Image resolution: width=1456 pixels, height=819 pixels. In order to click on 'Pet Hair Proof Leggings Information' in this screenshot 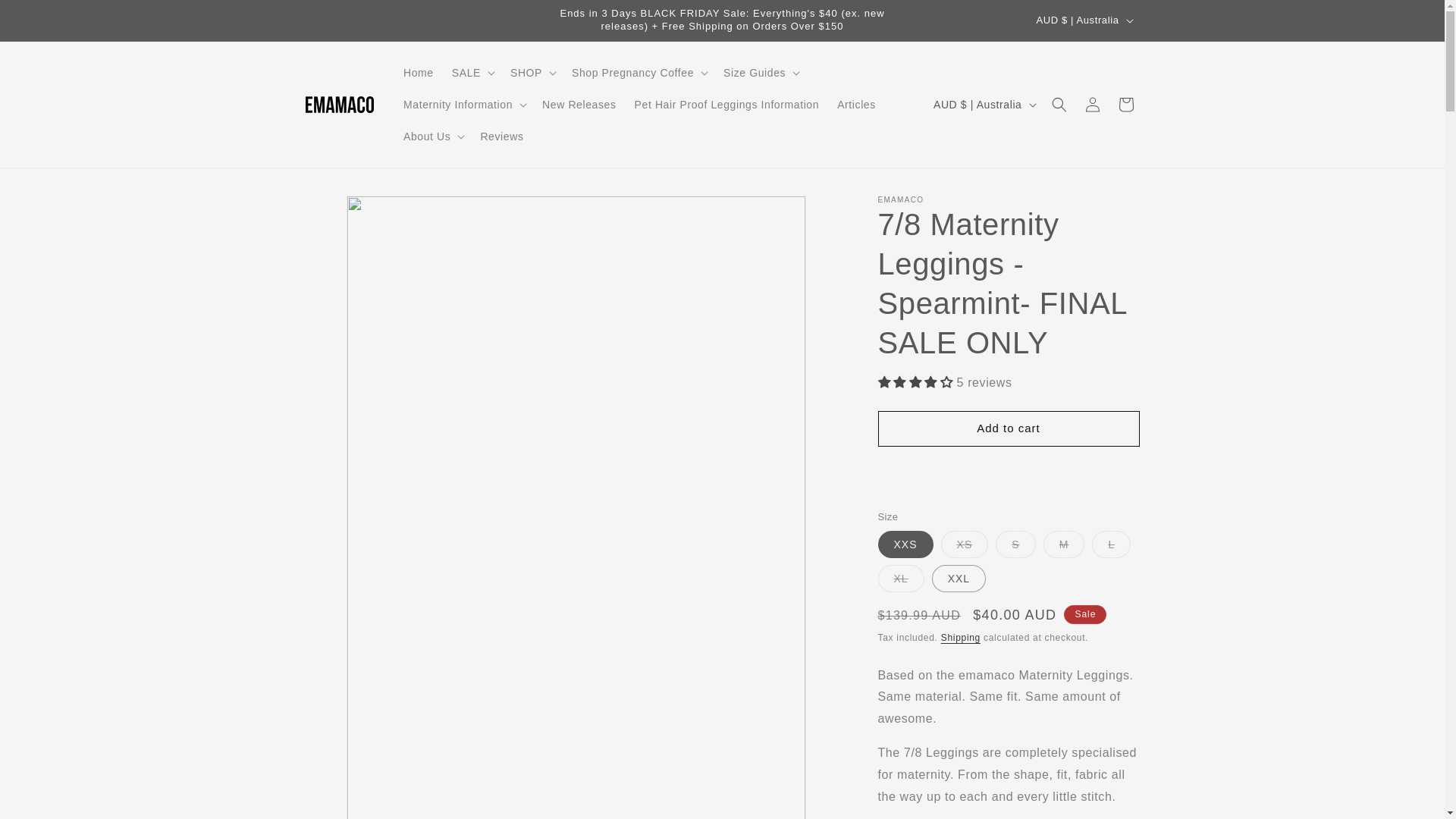, I will do `click(726, 104)`.